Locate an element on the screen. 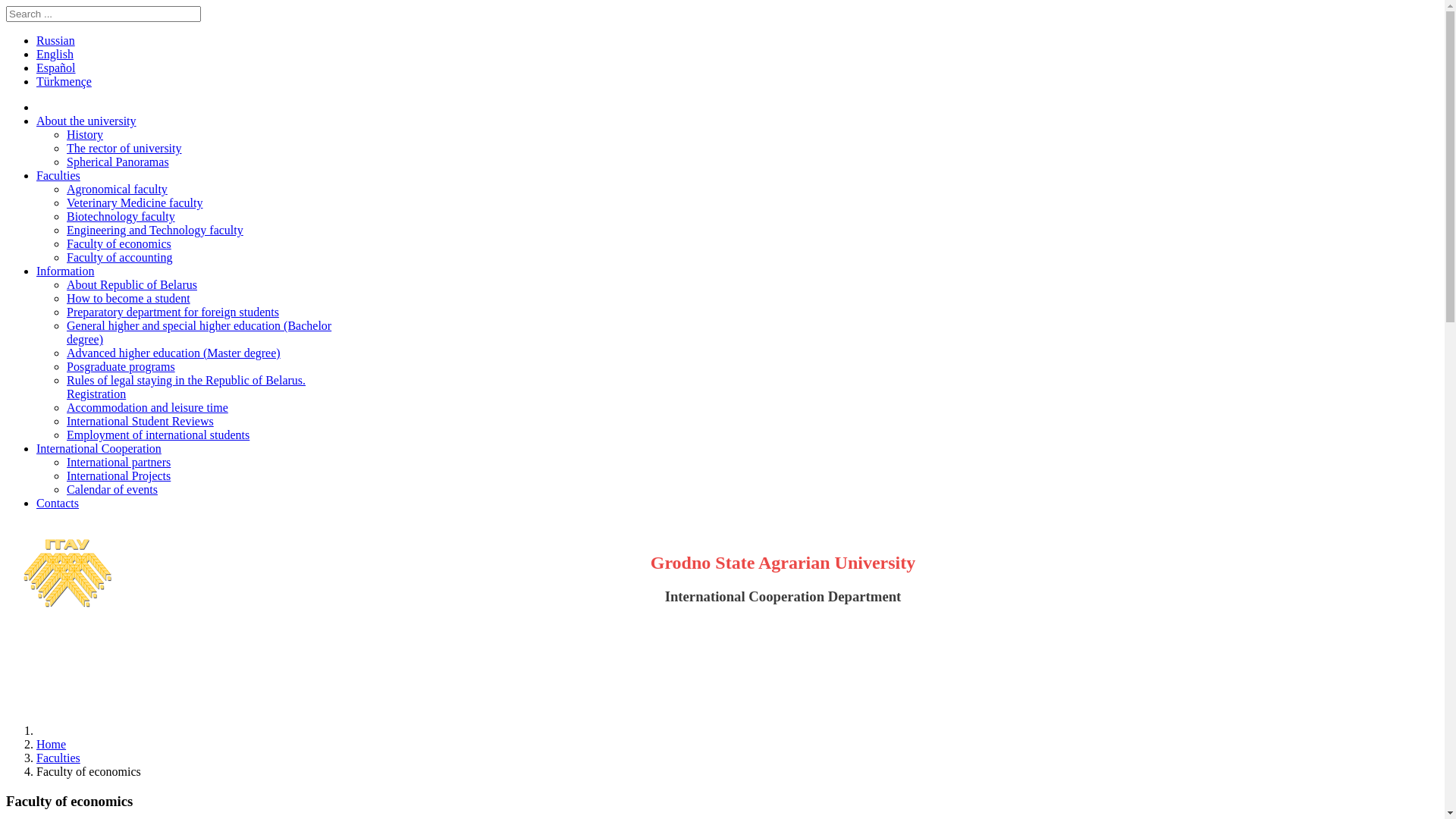 This screenshot has height=819, width=1456. 'English' is located at coordinates (36, 53).